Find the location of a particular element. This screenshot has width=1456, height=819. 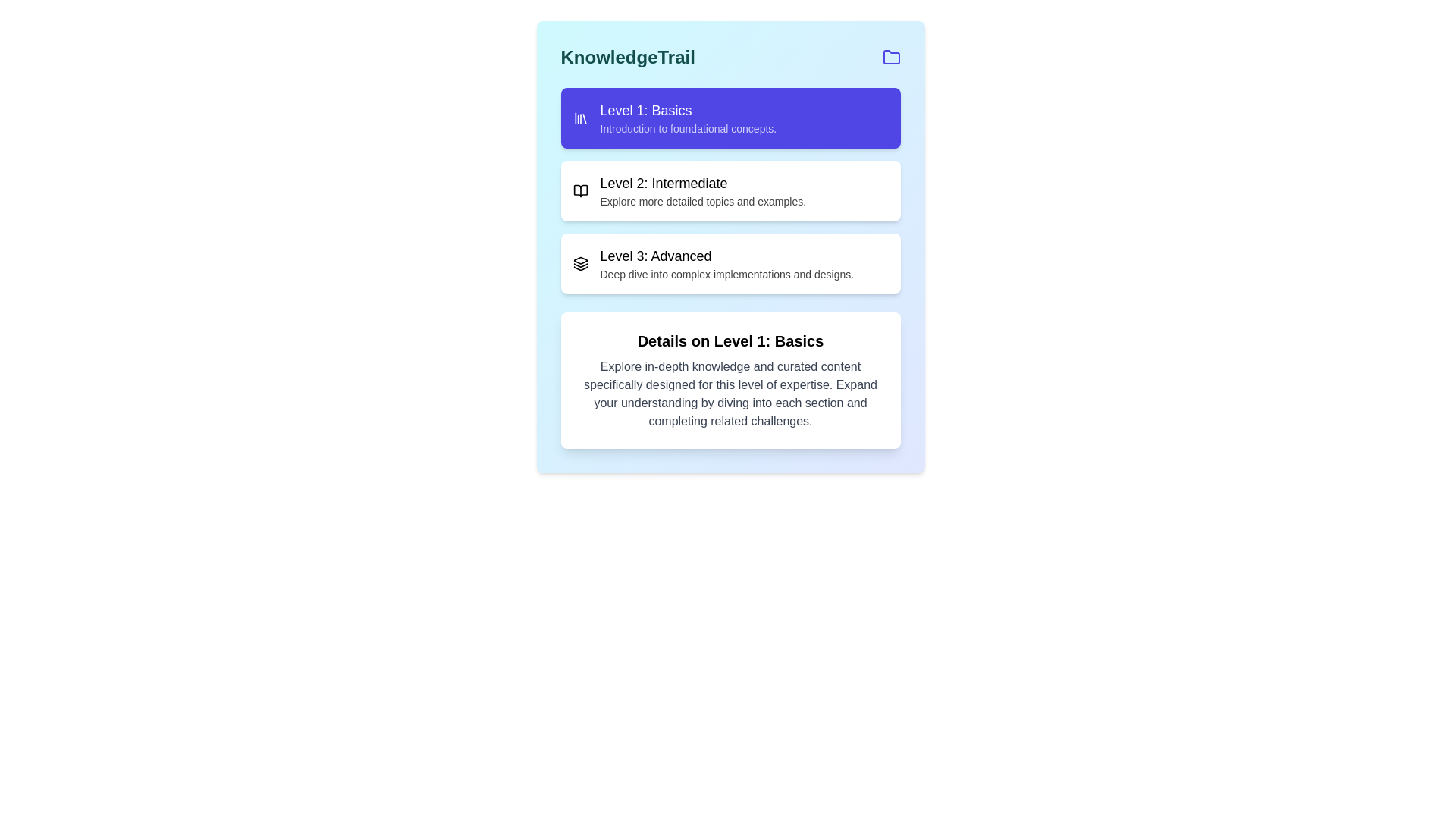

the text block that provides descriptive information about the level of expertise for 'Details on Level 1: Basics' is located at coordinates (730, 394).